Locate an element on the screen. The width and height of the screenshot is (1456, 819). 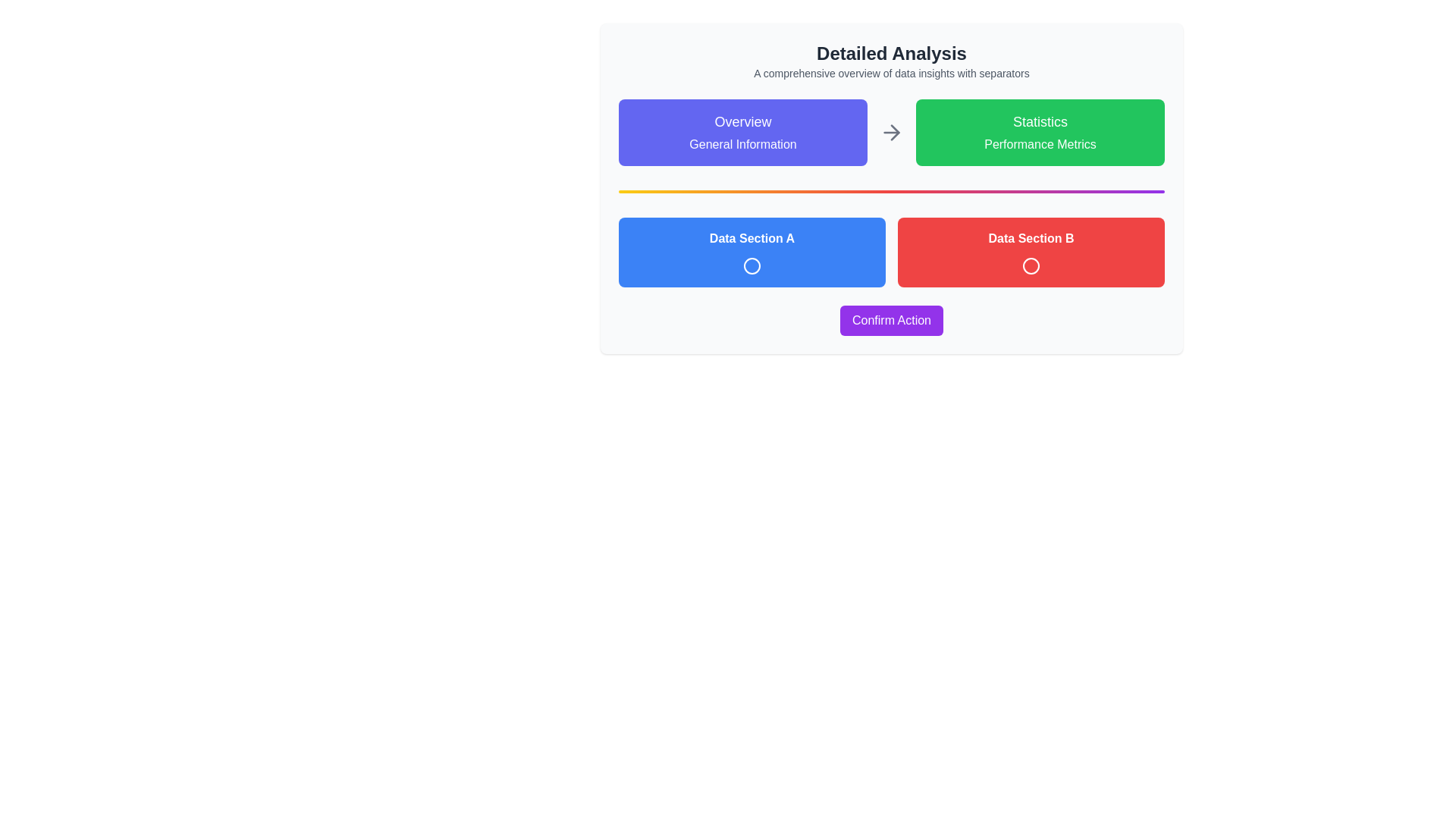
the confirmation button located centrally towards the bottom of the interface for keyboard navigation is located at coordinates (892, 320).